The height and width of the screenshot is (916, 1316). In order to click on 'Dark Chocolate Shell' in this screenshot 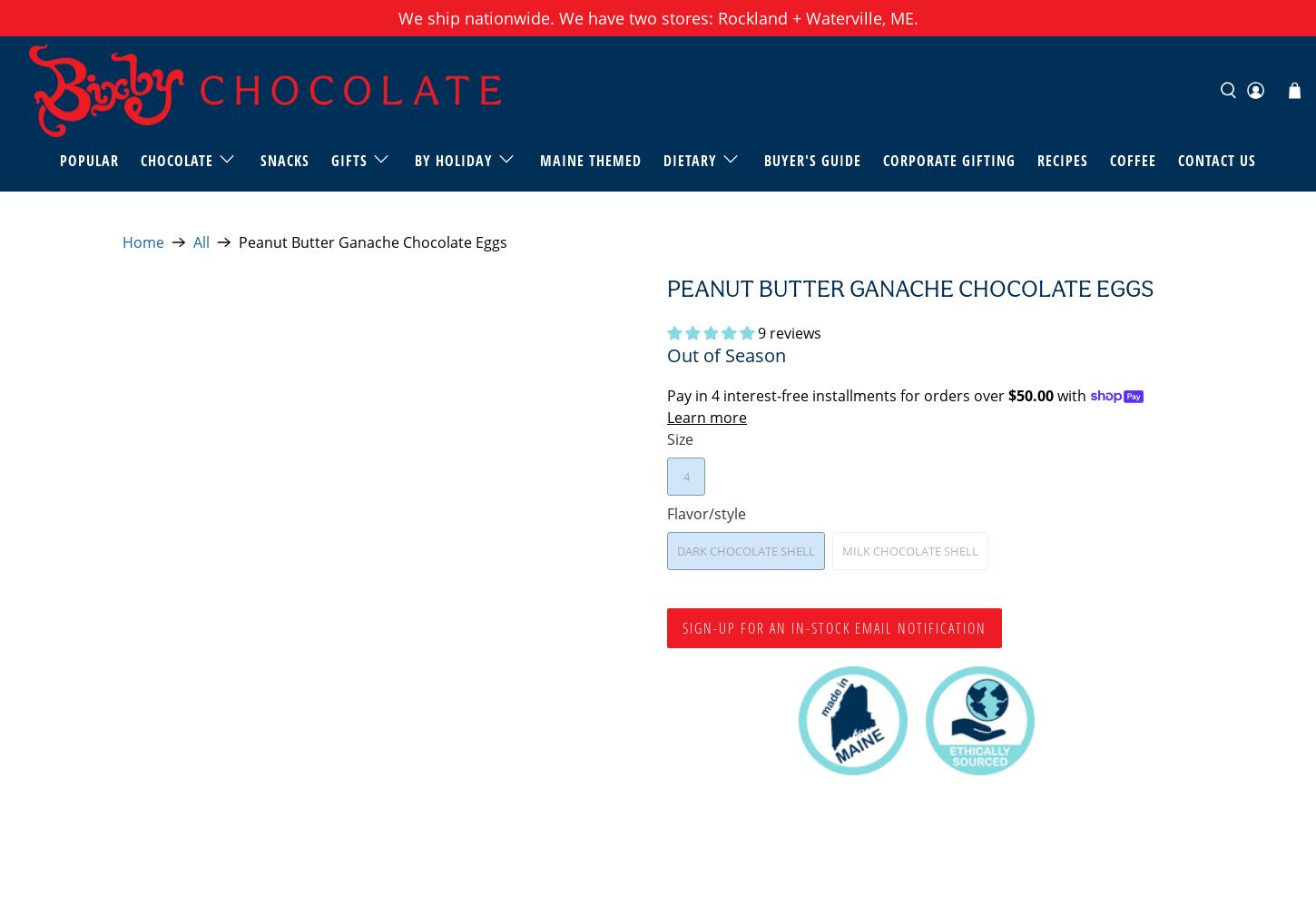, I will do `click(746, 550)`.